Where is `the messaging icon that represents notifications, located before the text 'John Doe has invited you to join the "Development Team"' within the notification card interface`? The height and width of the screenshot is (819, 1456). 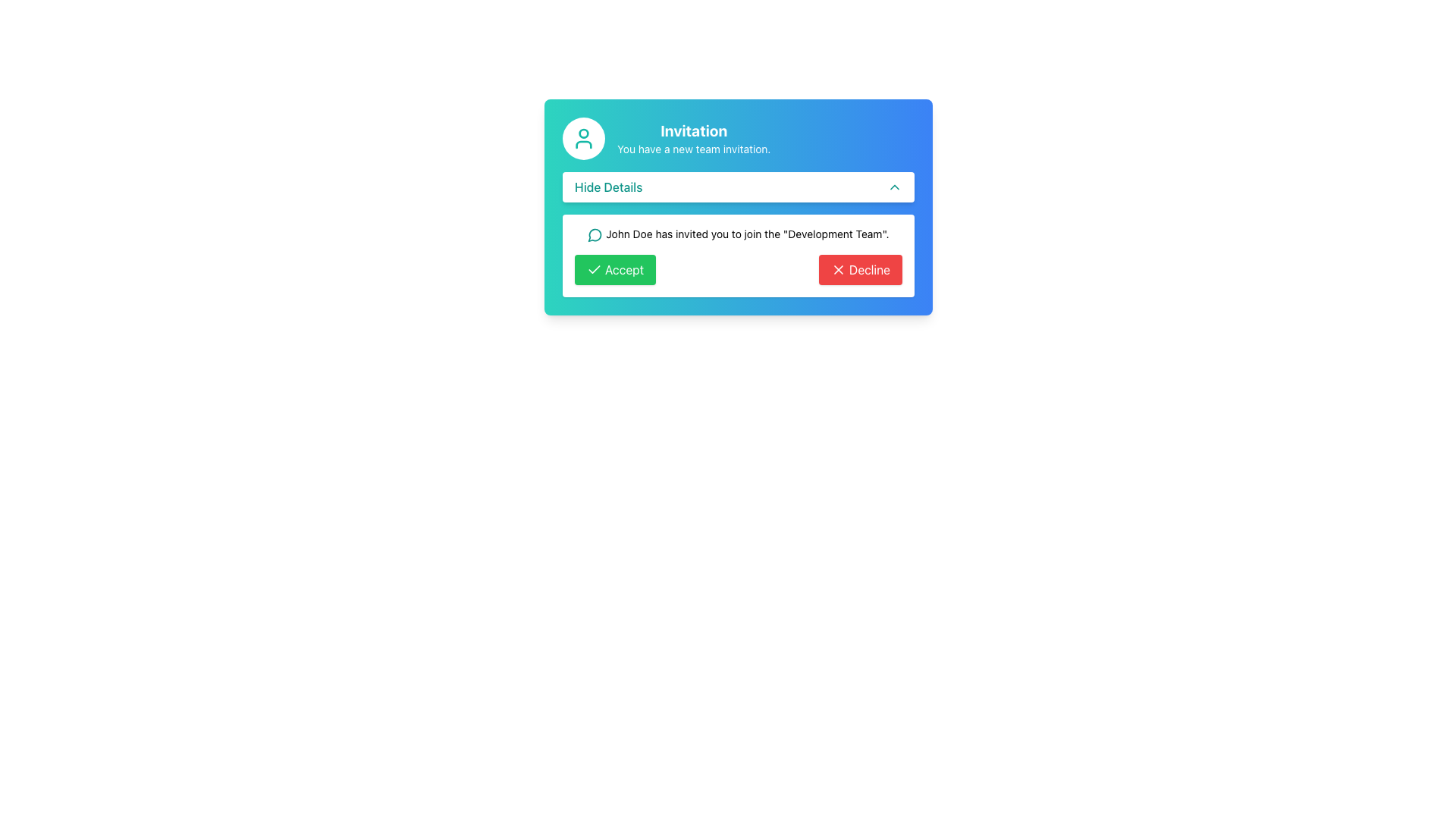 the messaging icon that represents notifications, located before the text 'John Doe has invited you to join the "Development Team"' within the notification card interface is located at coordinates (595, 235).